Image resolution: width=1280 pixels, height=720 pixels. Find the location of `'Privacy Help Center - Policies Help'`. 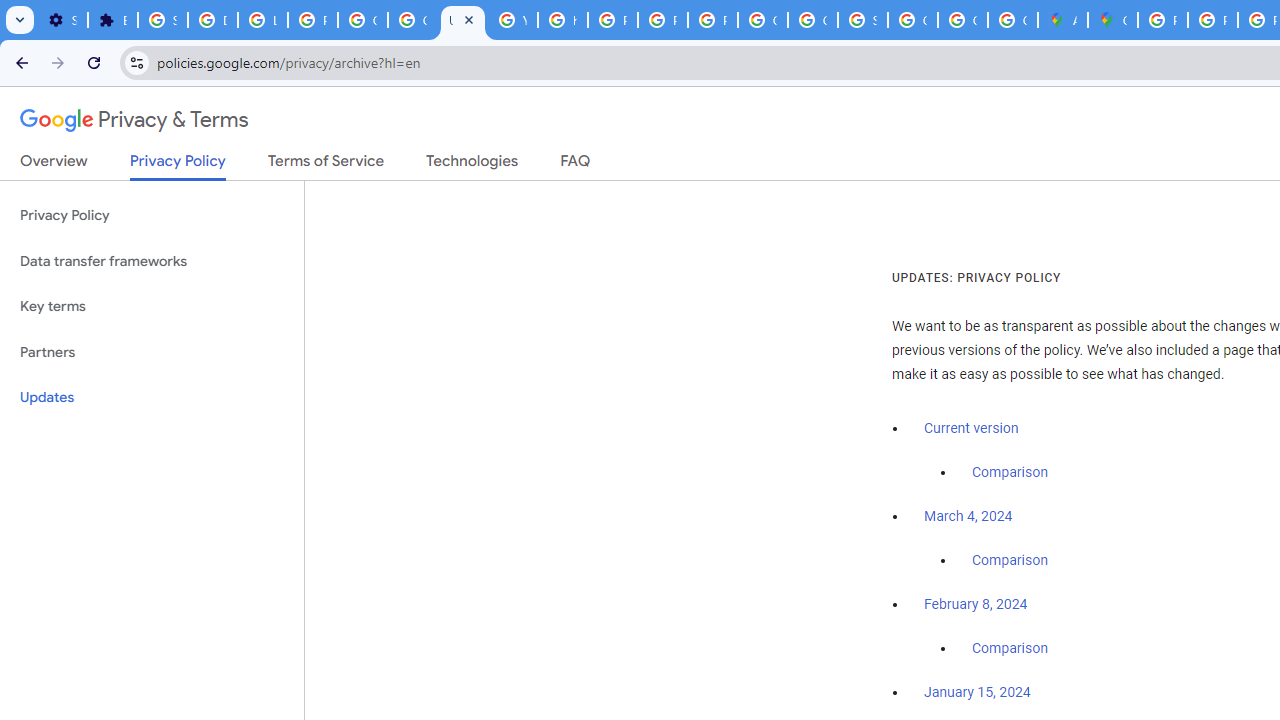

'Privacy Help Center - Policies Help' is located at coordinates (1211, 20).